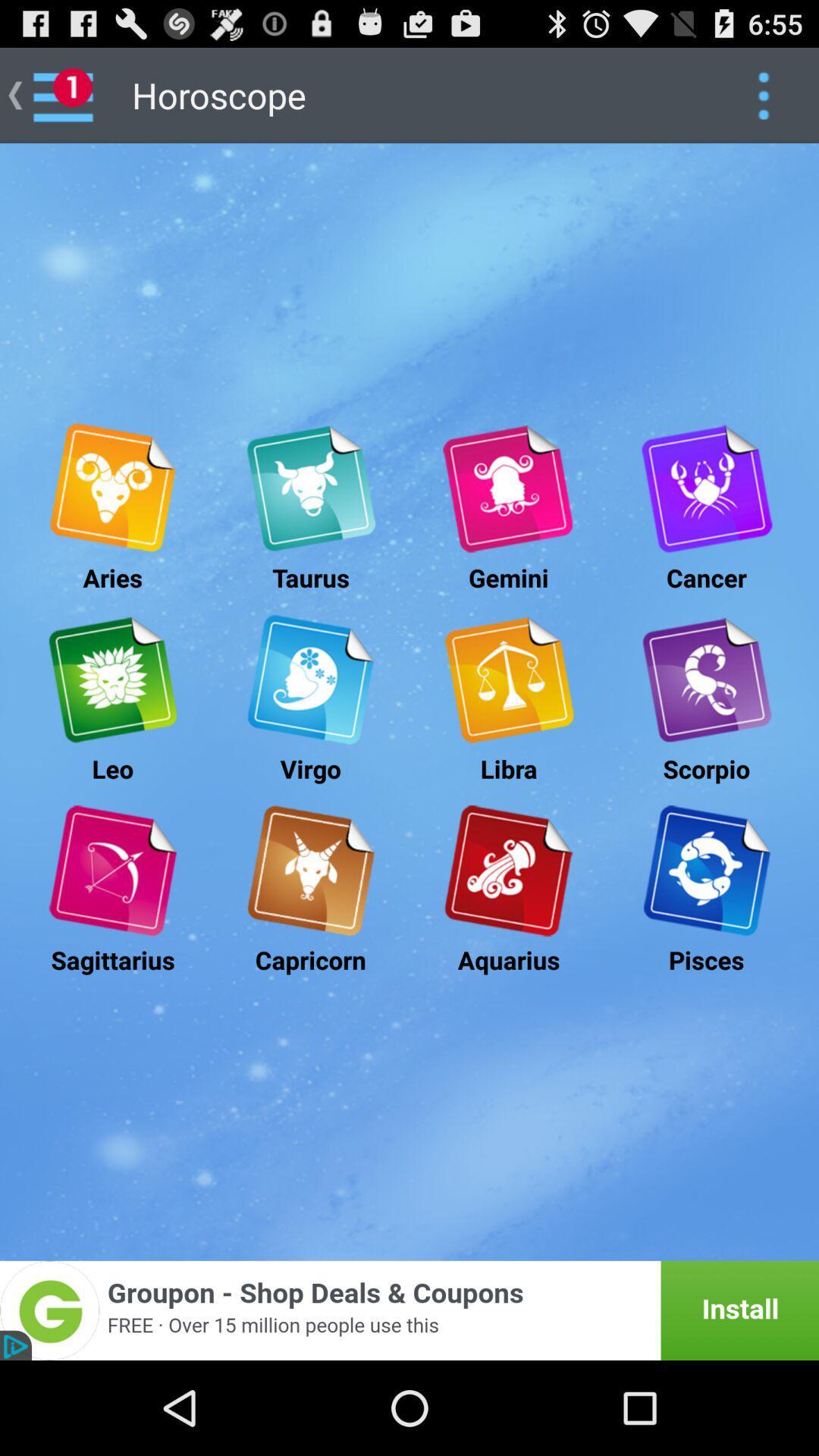 Image resolution: width=819 pixels, height=1456 pixels. What do you see at coordinates (111, 488) in the screenshot?
I see `open aries horoscope` at bounding box center [111, 488].